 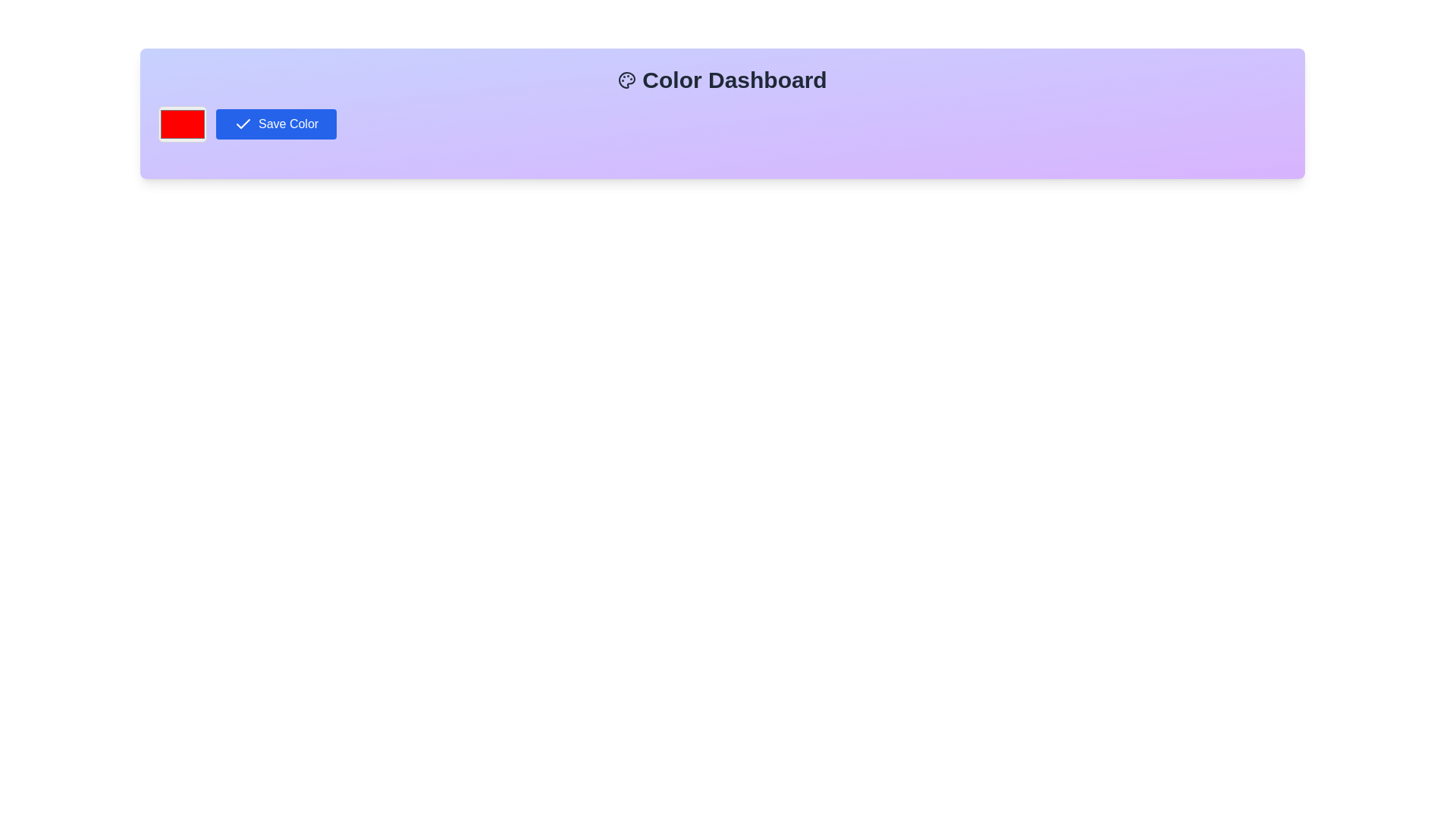 I want to click on the check mark icon located within the 'Save Color' button in the upper-left portion of the interface, so click(x=243, y=124).